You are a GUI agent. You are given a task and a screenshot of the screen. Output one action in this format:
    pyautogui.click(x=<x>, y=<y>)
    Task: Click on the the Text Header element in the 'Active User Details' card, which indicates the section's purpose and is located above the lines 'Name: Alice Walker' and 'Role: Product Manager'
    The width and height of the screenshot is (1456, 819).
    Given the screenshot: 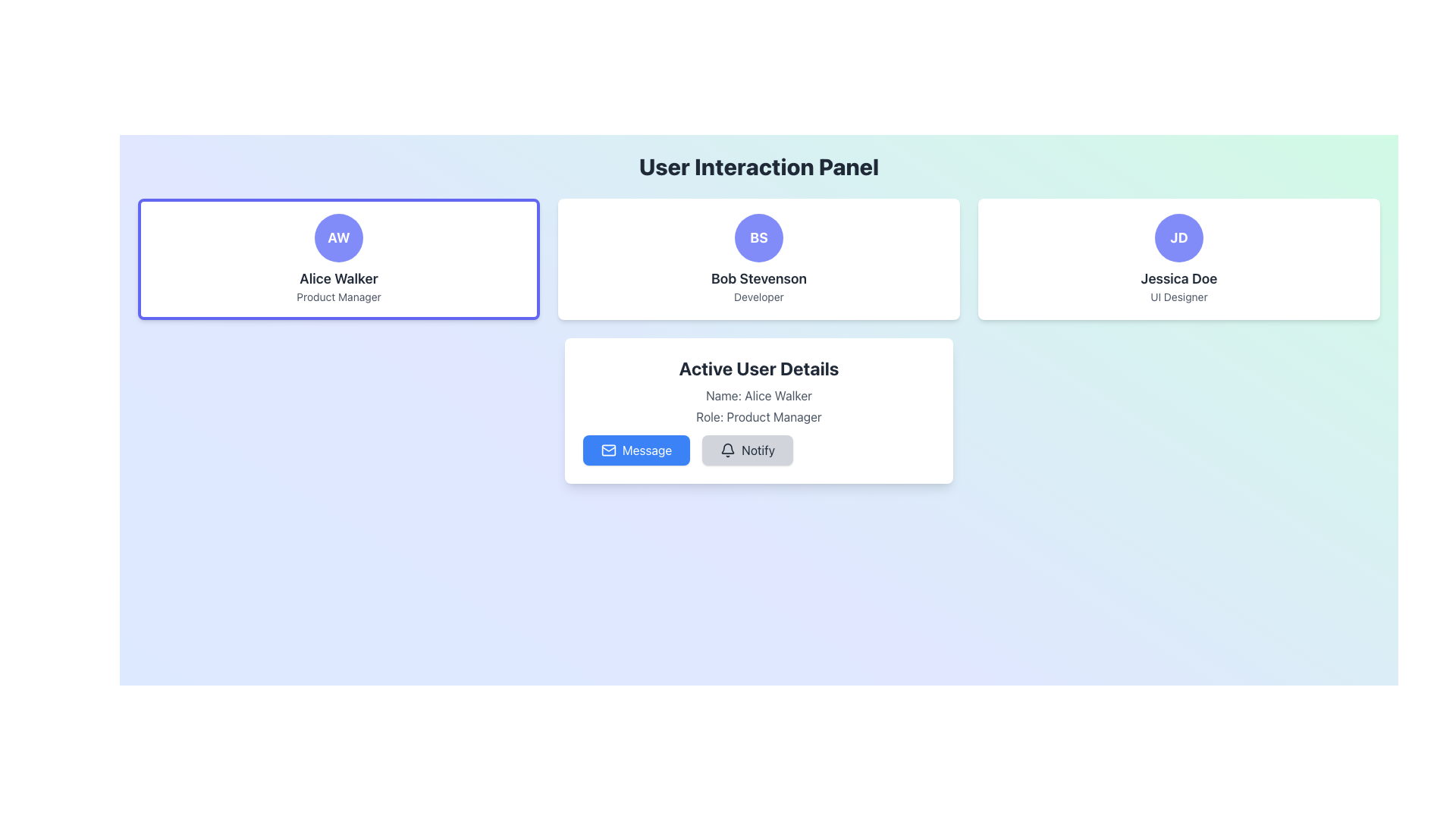 What is the action you would take?
    pyautogui.click(x=759, y=369)
    